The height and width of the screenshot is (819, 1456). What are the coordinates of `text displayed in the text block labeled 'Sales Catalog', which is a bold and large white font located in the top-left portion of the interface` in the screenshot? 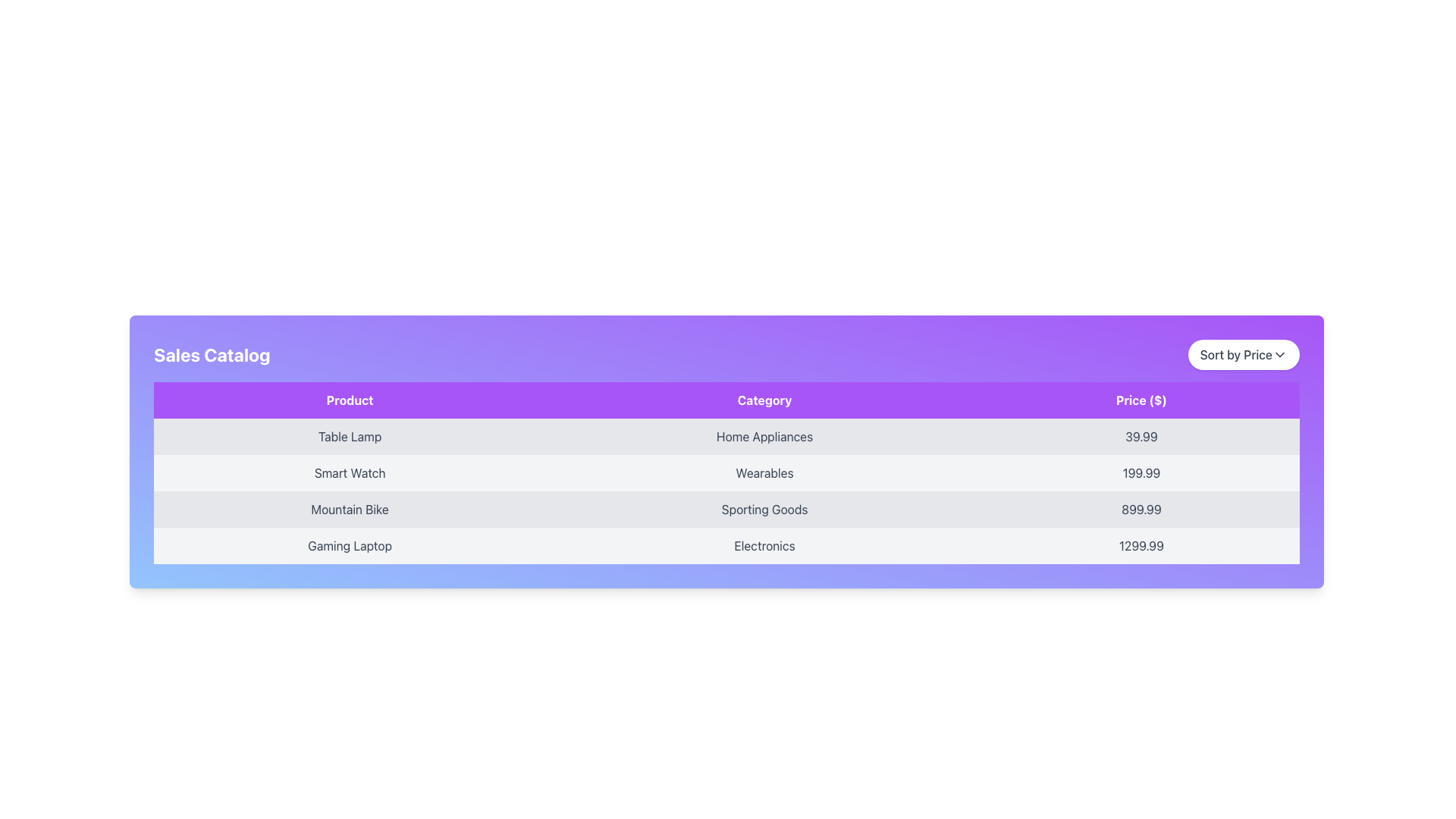 It's located at (211, 354).